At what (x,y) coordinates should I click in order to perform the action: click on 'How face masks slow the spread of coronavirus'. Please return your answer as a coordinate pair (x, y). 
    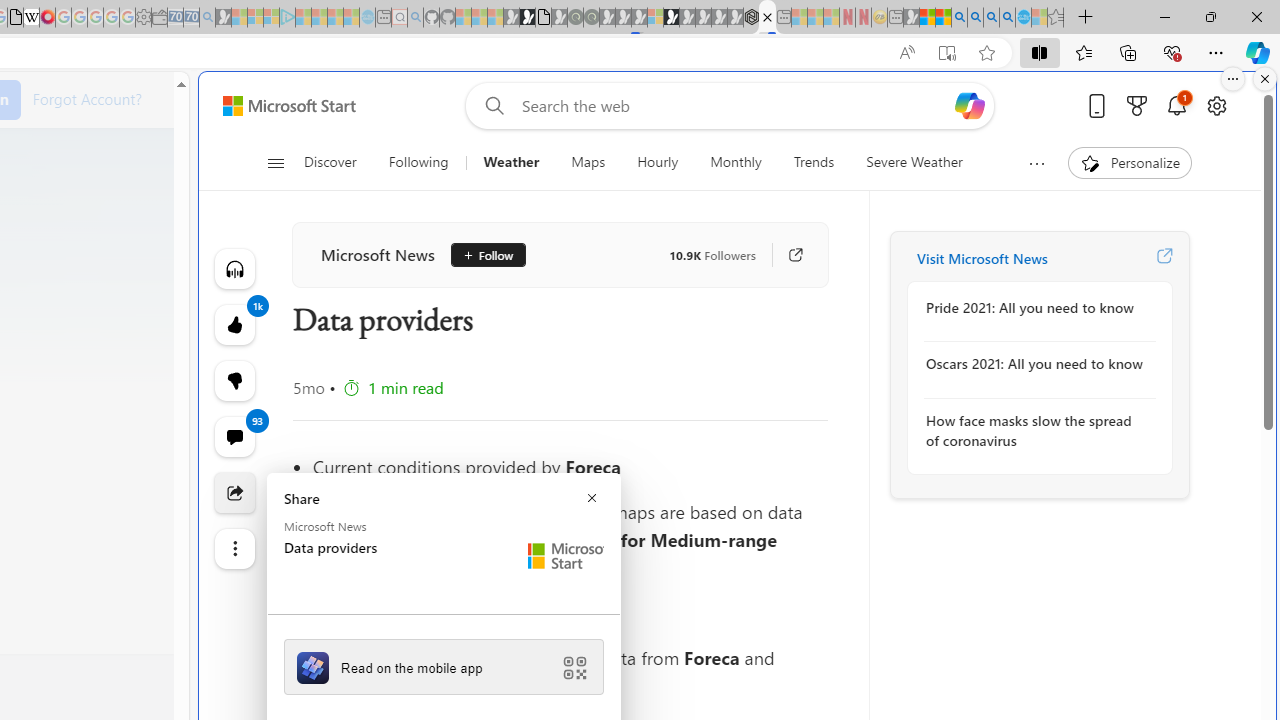
    Looking at the image, I should click on (1034, 429).